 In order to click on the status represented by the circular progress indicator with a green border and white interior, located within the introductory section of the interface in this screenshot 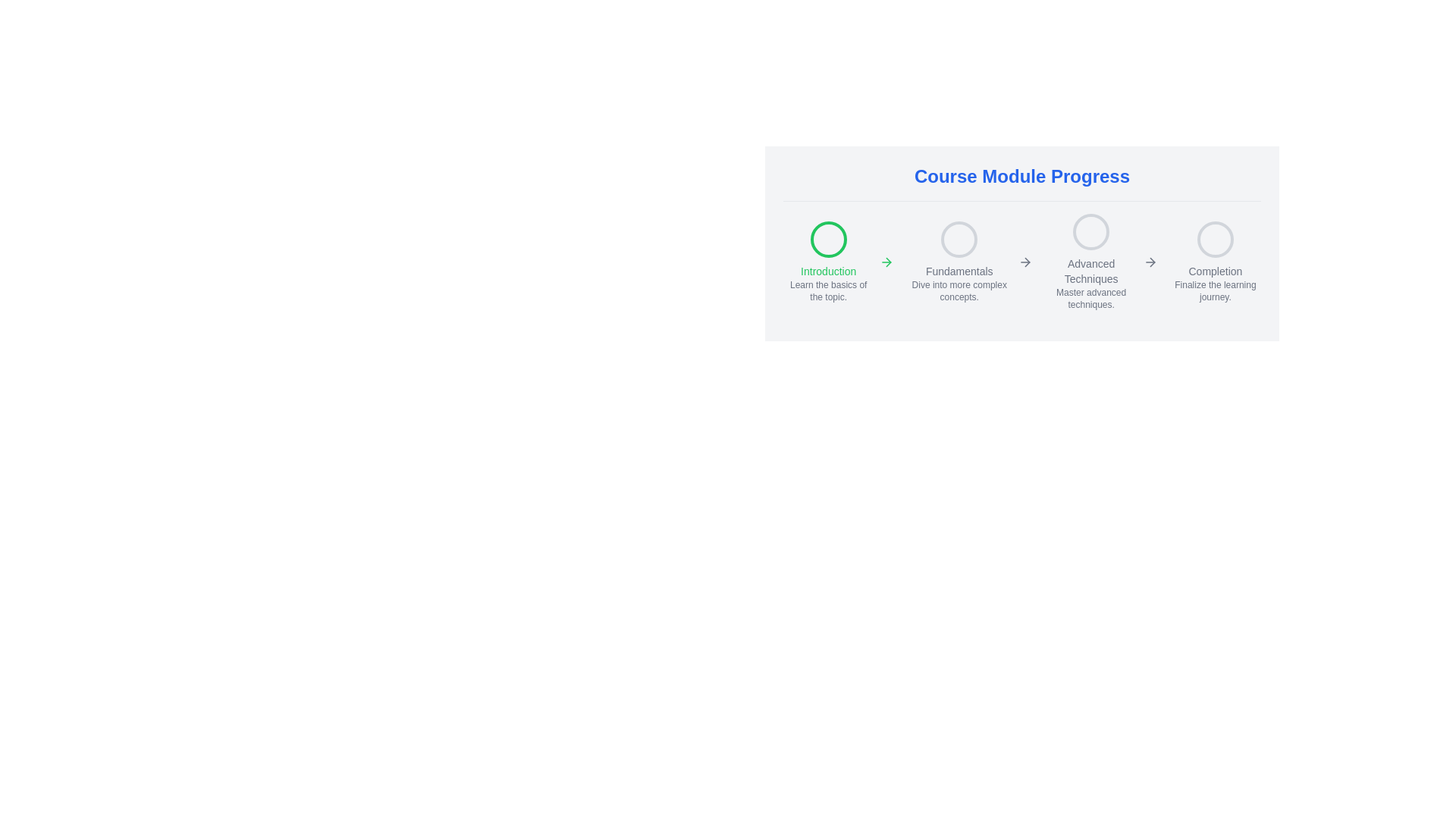, I will do `click(827, 239)`.